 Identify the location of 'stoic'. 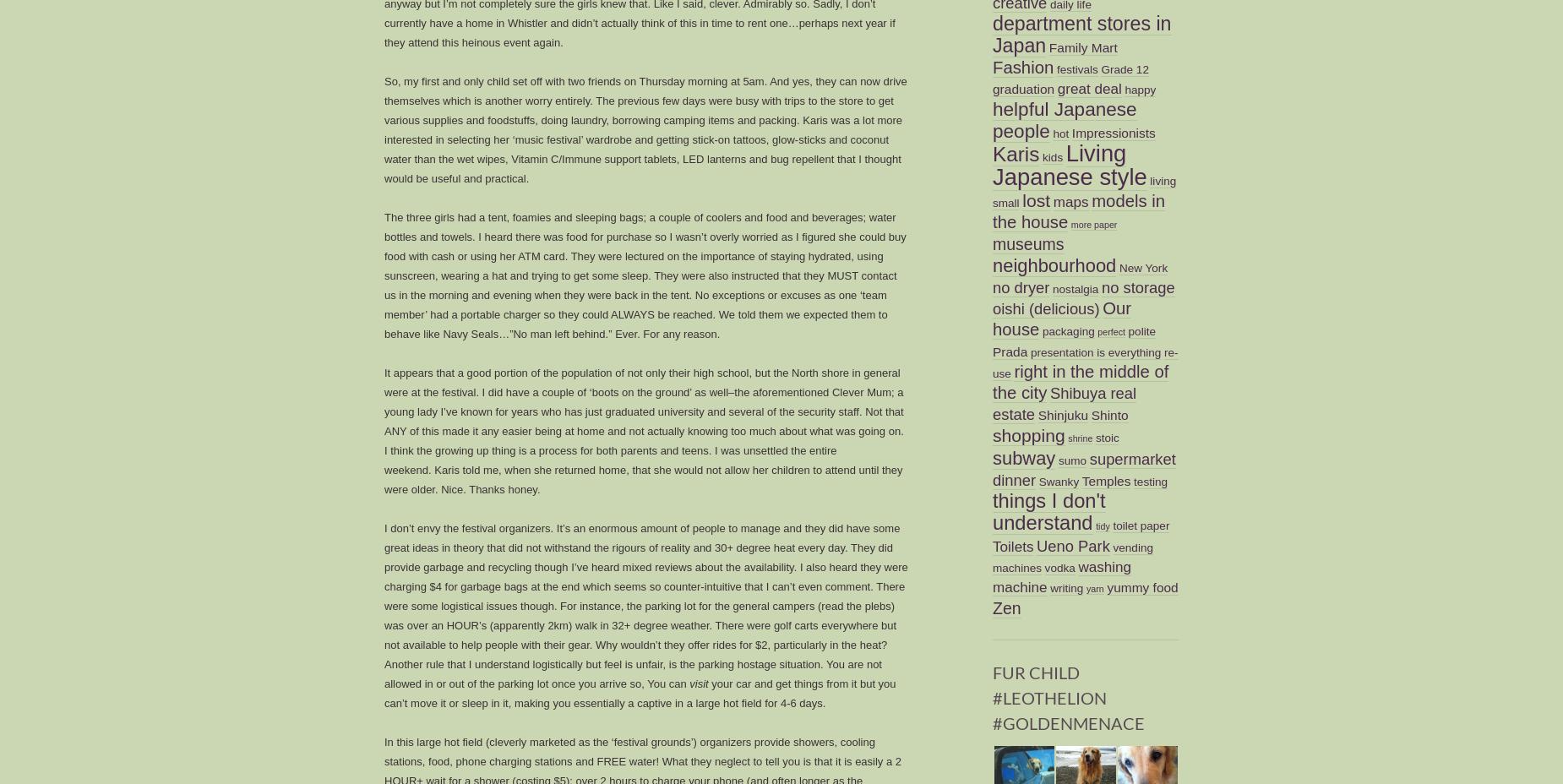
(1105, 436).